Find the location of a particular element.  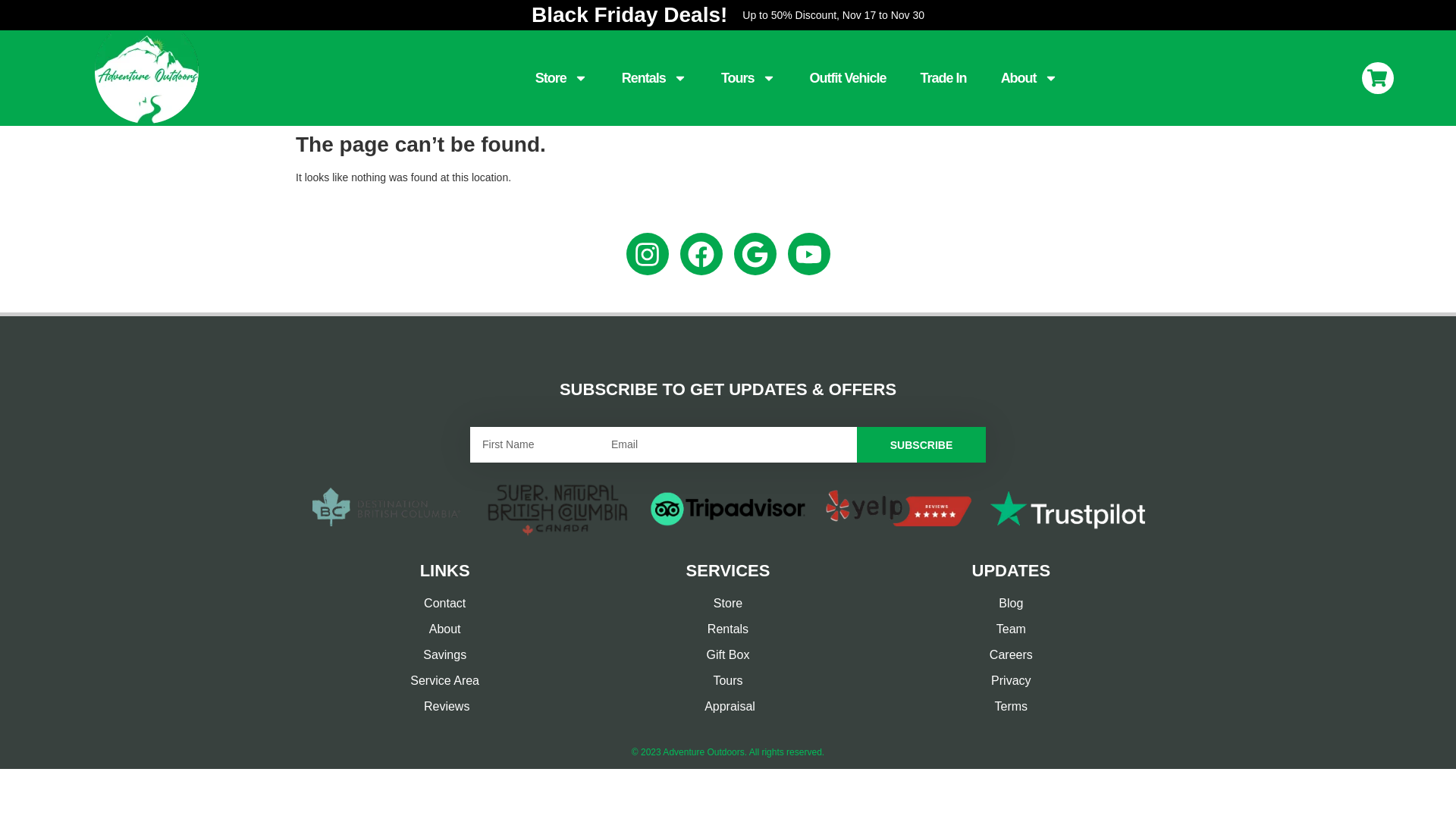

'Contact' is located at coordinates (444, 602).